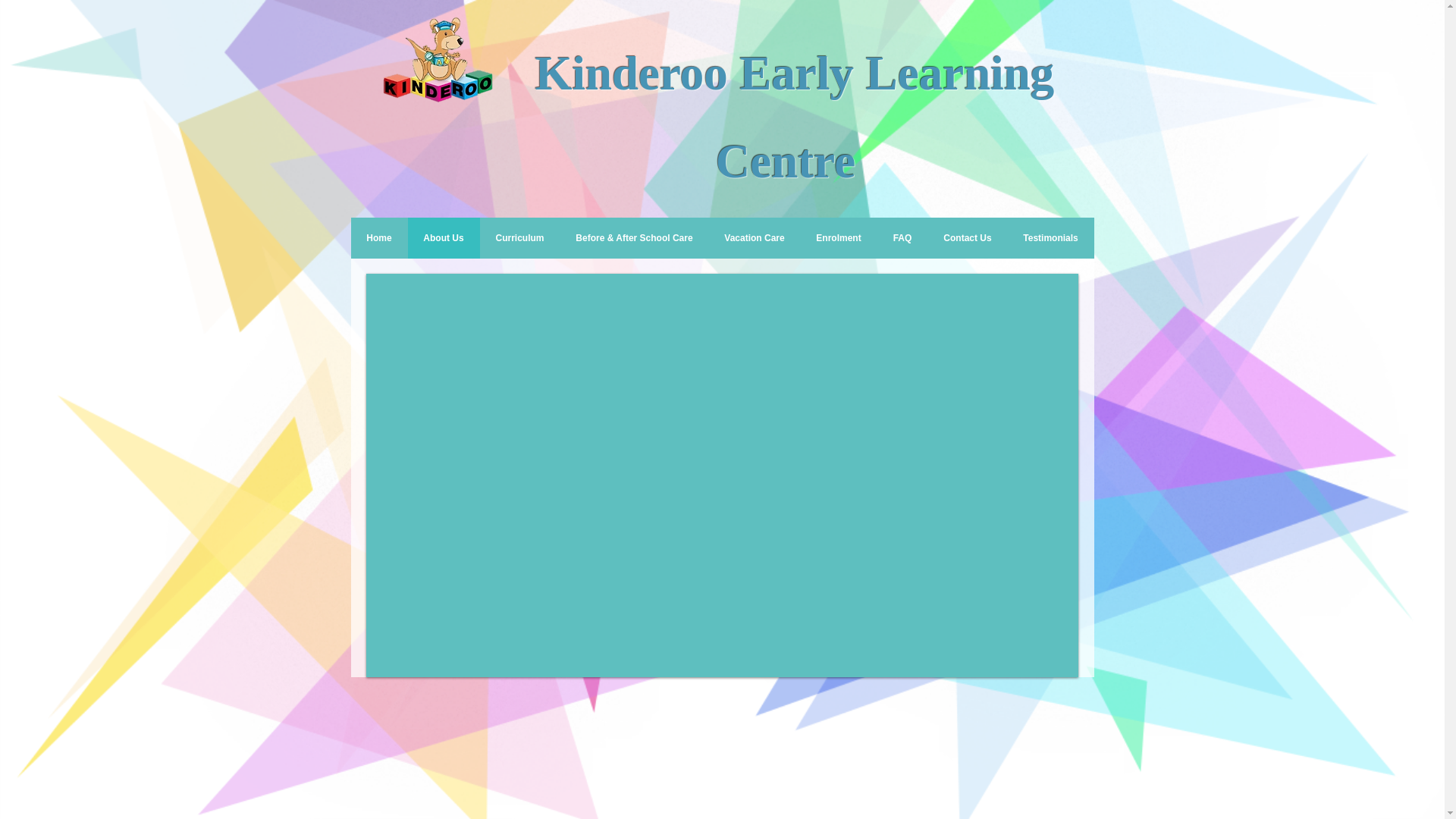  I want to click on 'Before & After School Care', so click(633, 237).